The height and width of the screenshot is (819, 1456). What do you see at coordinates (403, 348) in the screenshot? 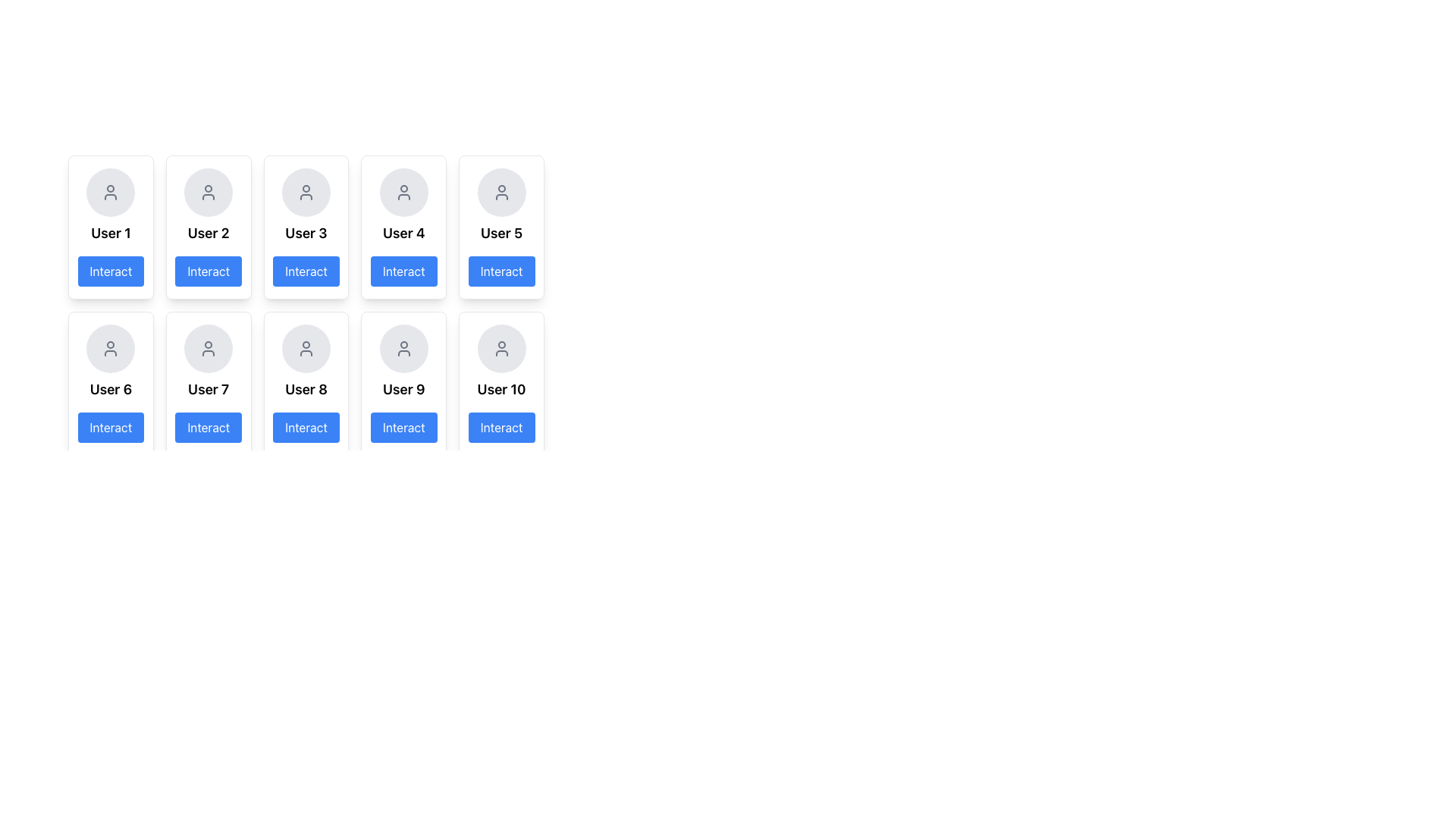
I see `the User profile icon located in the card labeled 'User 9' in the second row, fifth column of the grid layout` at bounding box center [403, 348].